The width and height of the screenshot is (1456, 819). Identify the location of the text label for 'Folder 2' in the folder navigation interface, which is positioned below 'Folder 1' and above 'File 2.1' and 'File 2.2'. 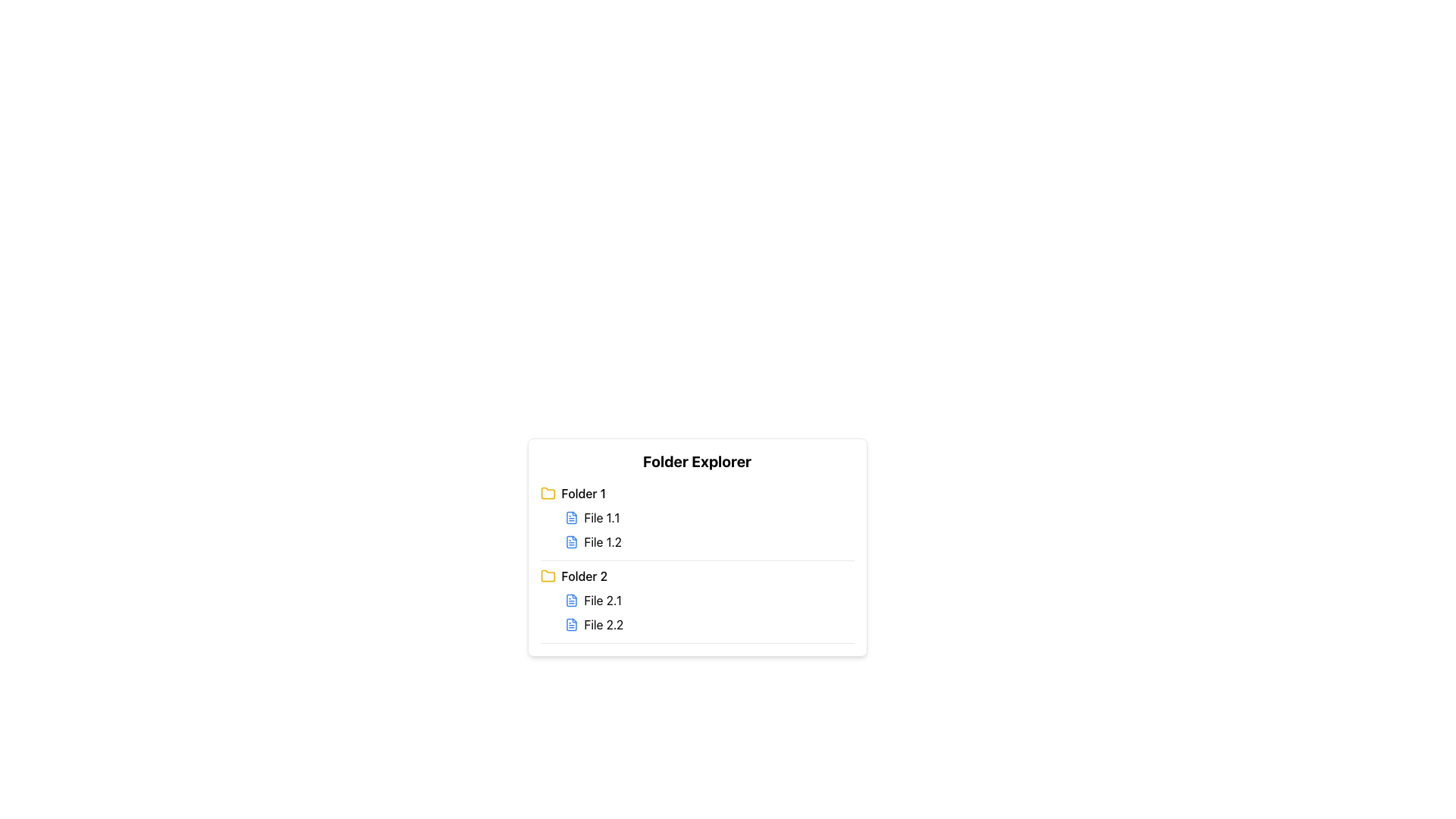
(583, 576).